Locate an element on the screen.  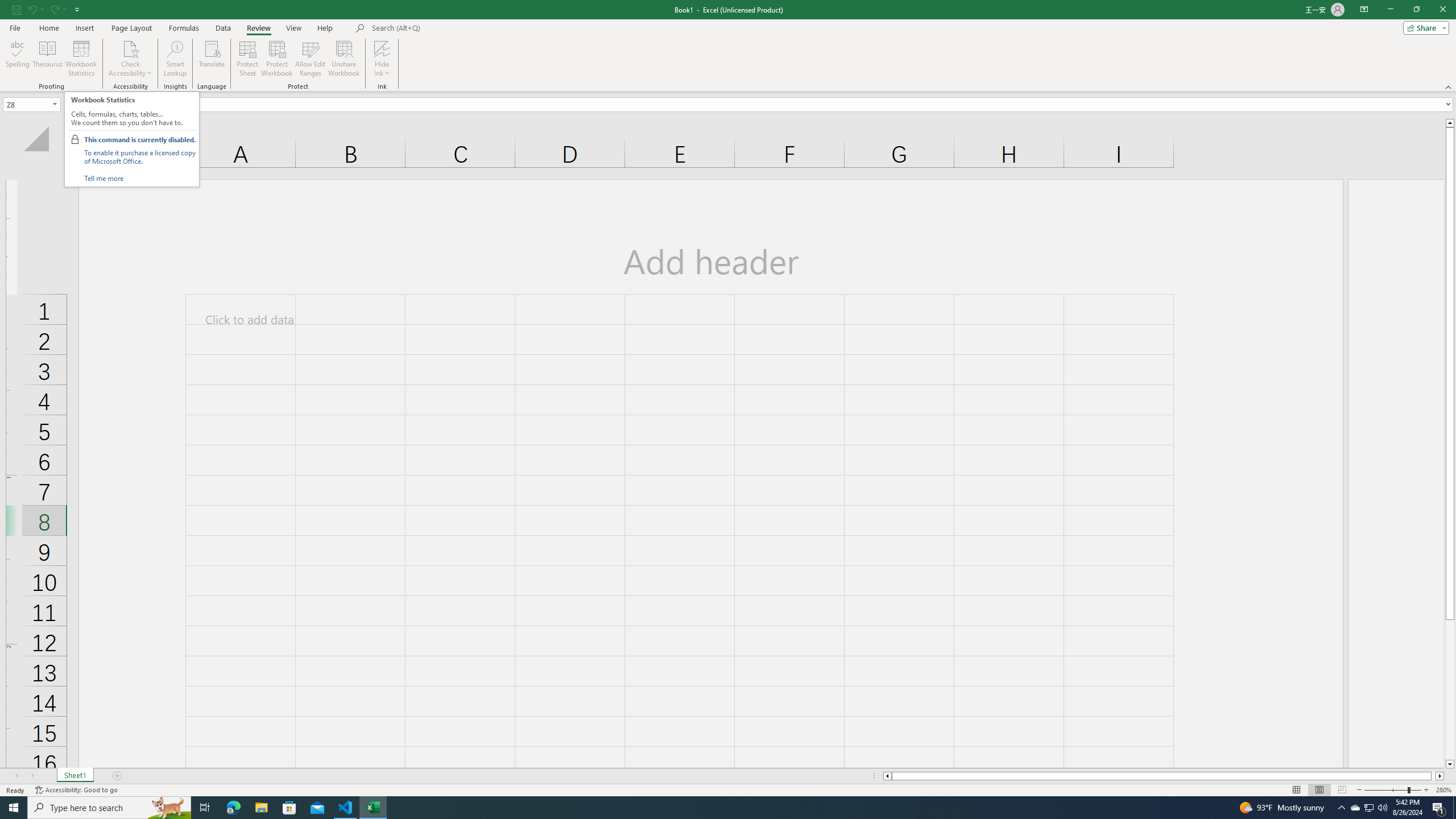
'Workbook Statistics' is located at coordinates (81, 59).